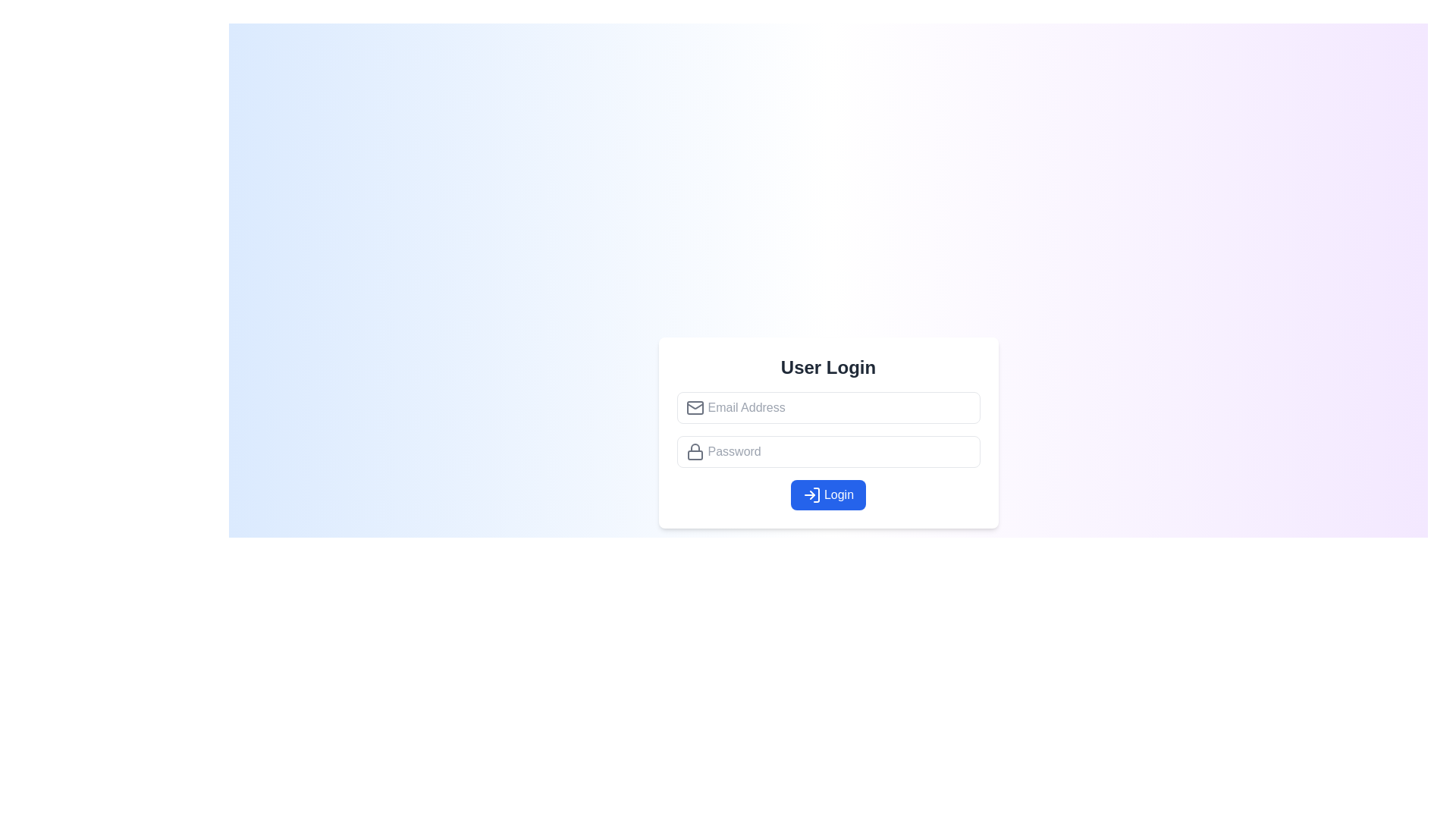 This screenshot has height=819, width=1456. Describe the element at coordinates (811, 494) in the screenshot. I see `the blue 'Login' button with white text and a left-pointing arrow icon to trigger the hover effect` at that location.